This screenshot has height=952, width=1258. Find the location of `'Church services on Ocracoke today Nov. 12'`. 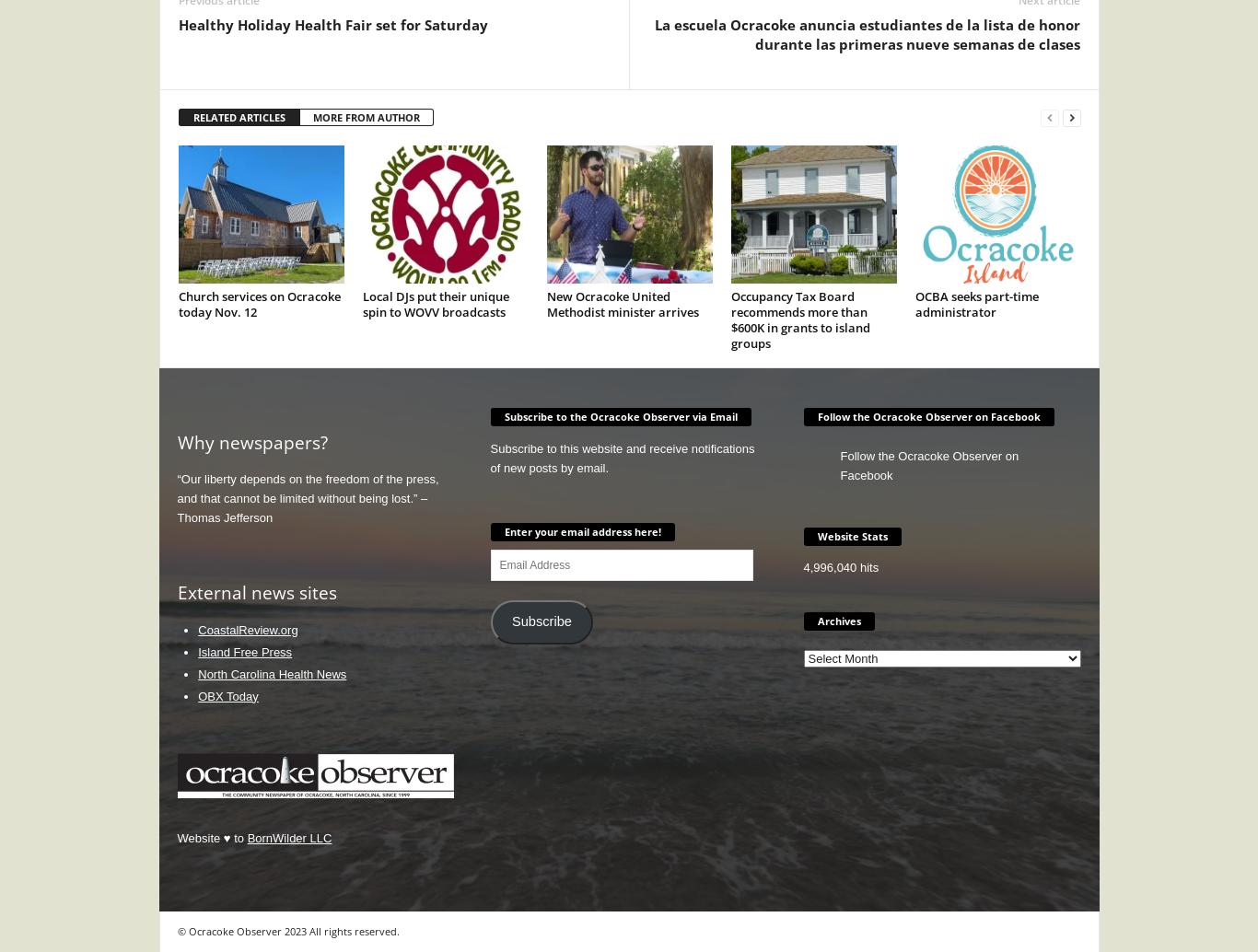

'Church services on Ocracoke today Nov. 12' is located at coordinates (177, 302).